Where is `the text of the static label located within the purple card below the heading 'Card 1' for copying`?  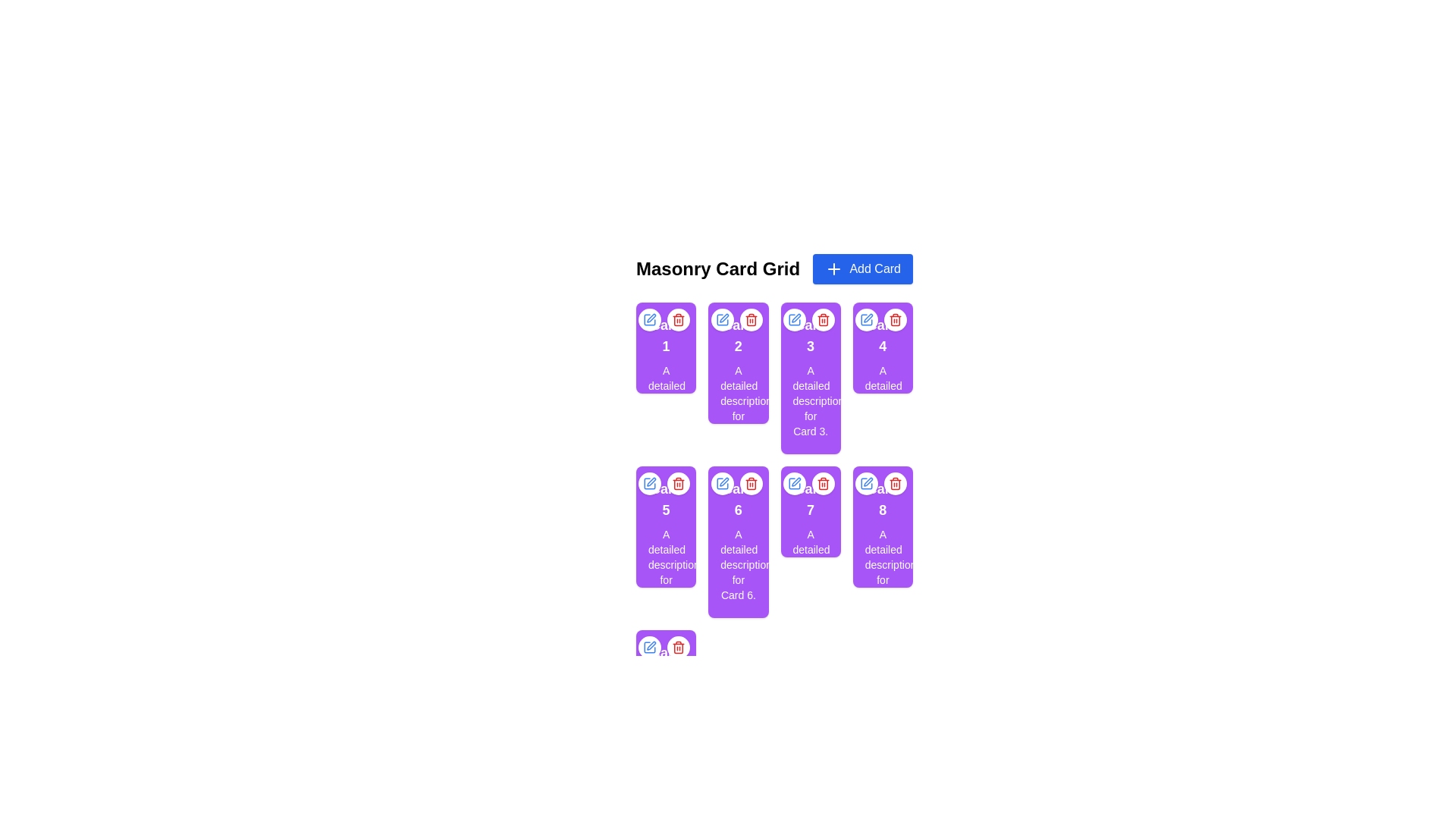
the text of the static label located within the purple card below the heading 'Card 1' for copying is located at coordinates (666, 400).